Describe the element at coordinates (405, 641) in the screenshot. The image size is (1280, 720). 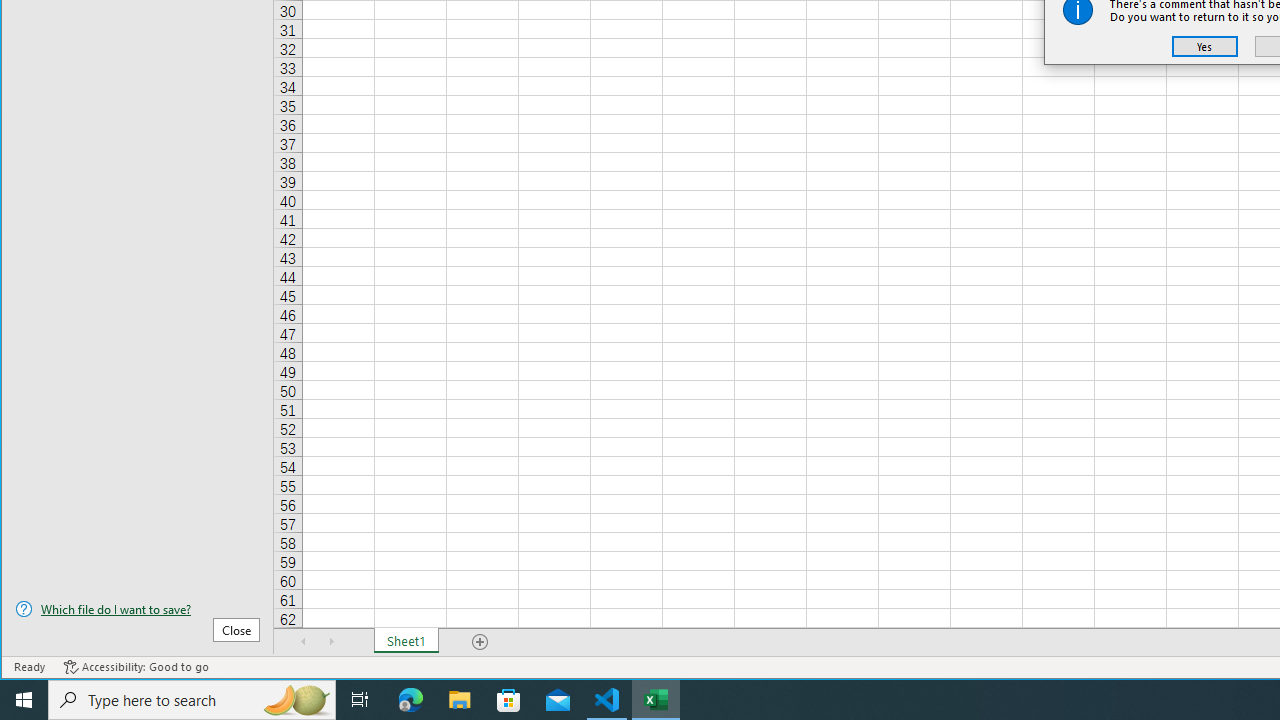
I see `'Sheet1'` at that location.